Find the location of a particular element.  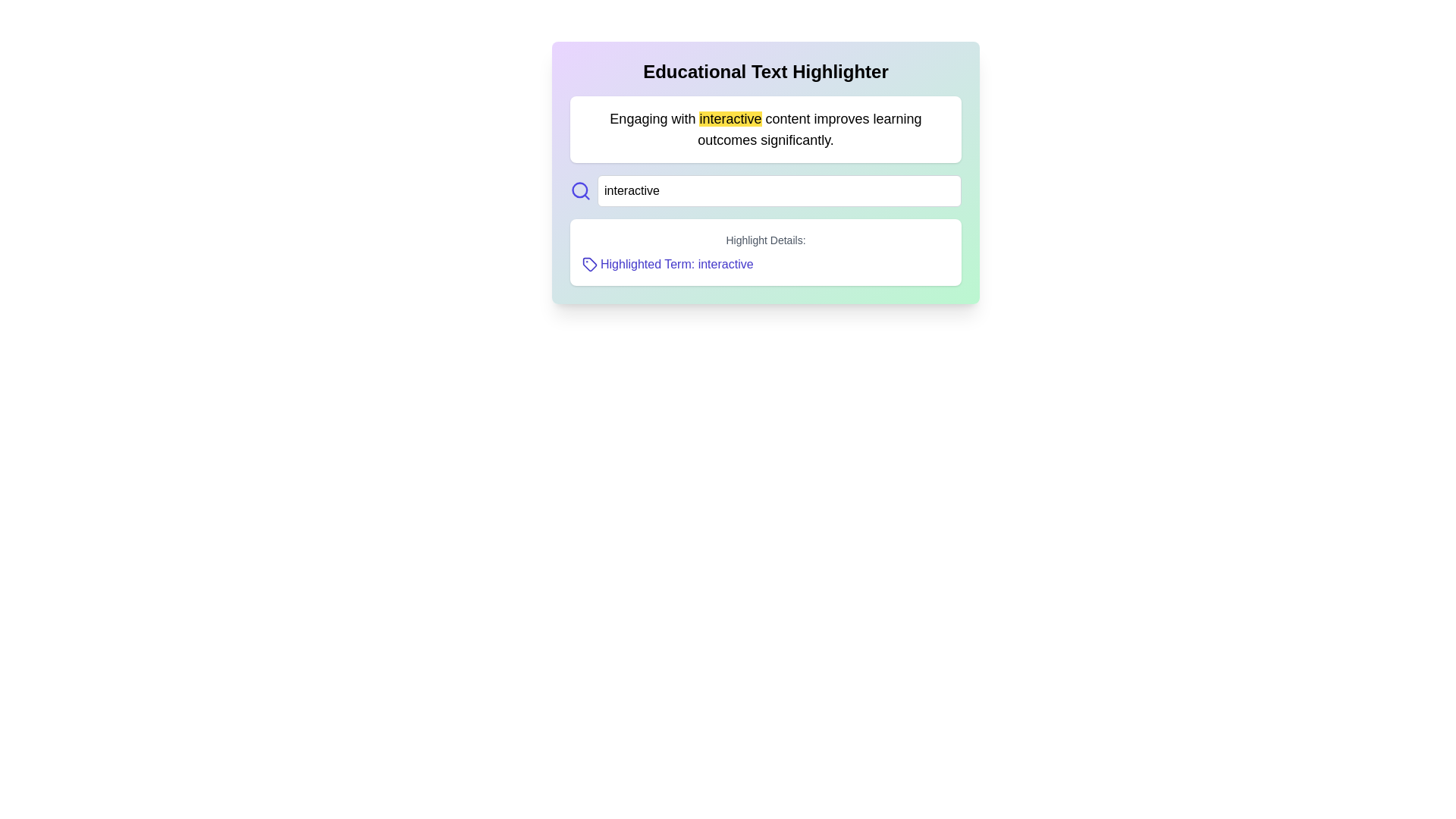

the blue-indigo magnifying glass icon located immediately to the left of the text input field with placeholder 'Enter term is located at coordinates (580, 190).